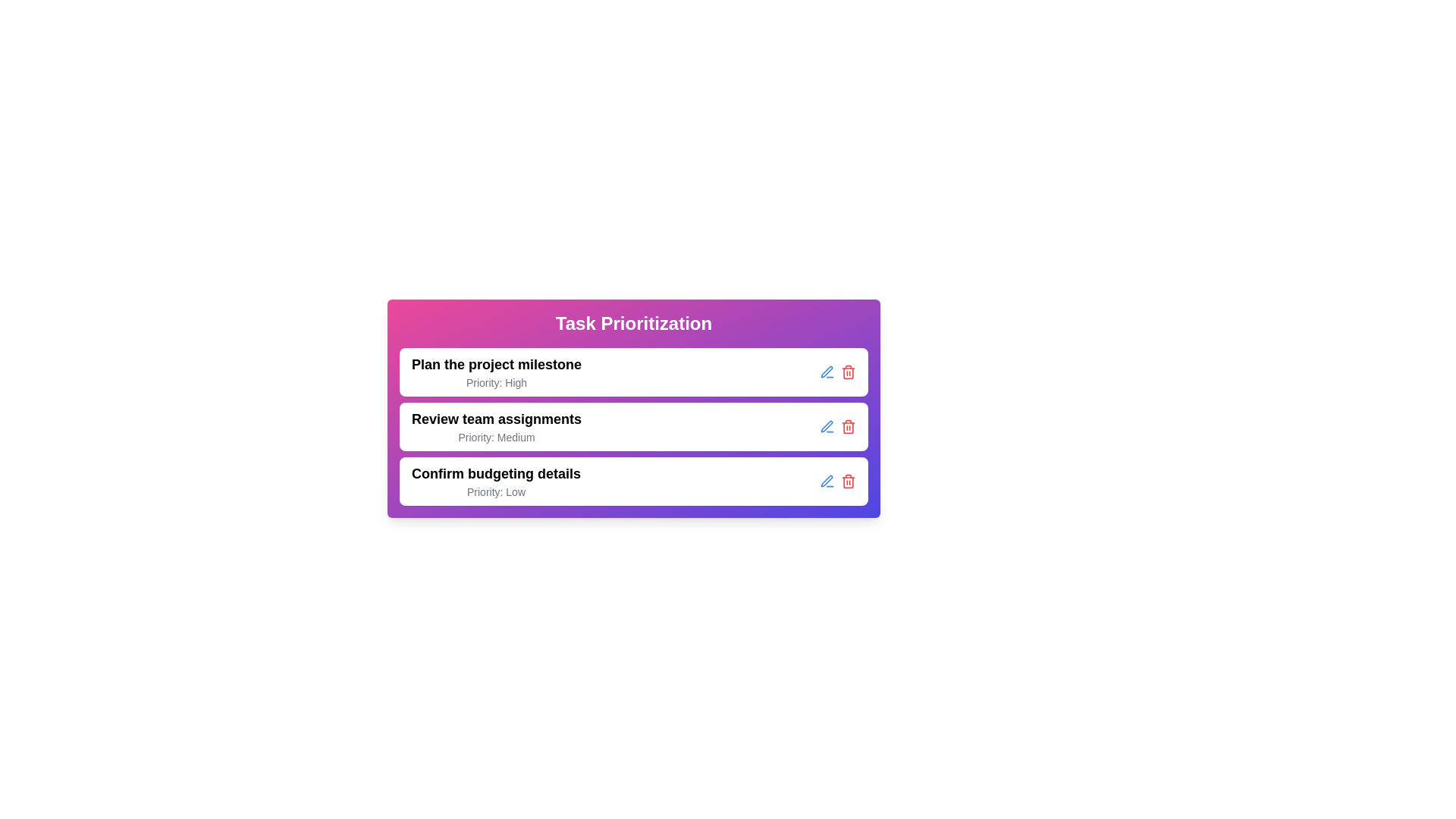 The width and height of the screenshot is (1456, 819). What do you see at coordinates (847, 372) in the screenshot?
I see `the trashcan icon, which is a red delete button located at the far right of the task 'Plan the project milestone'` at bounding box center [847, 372].